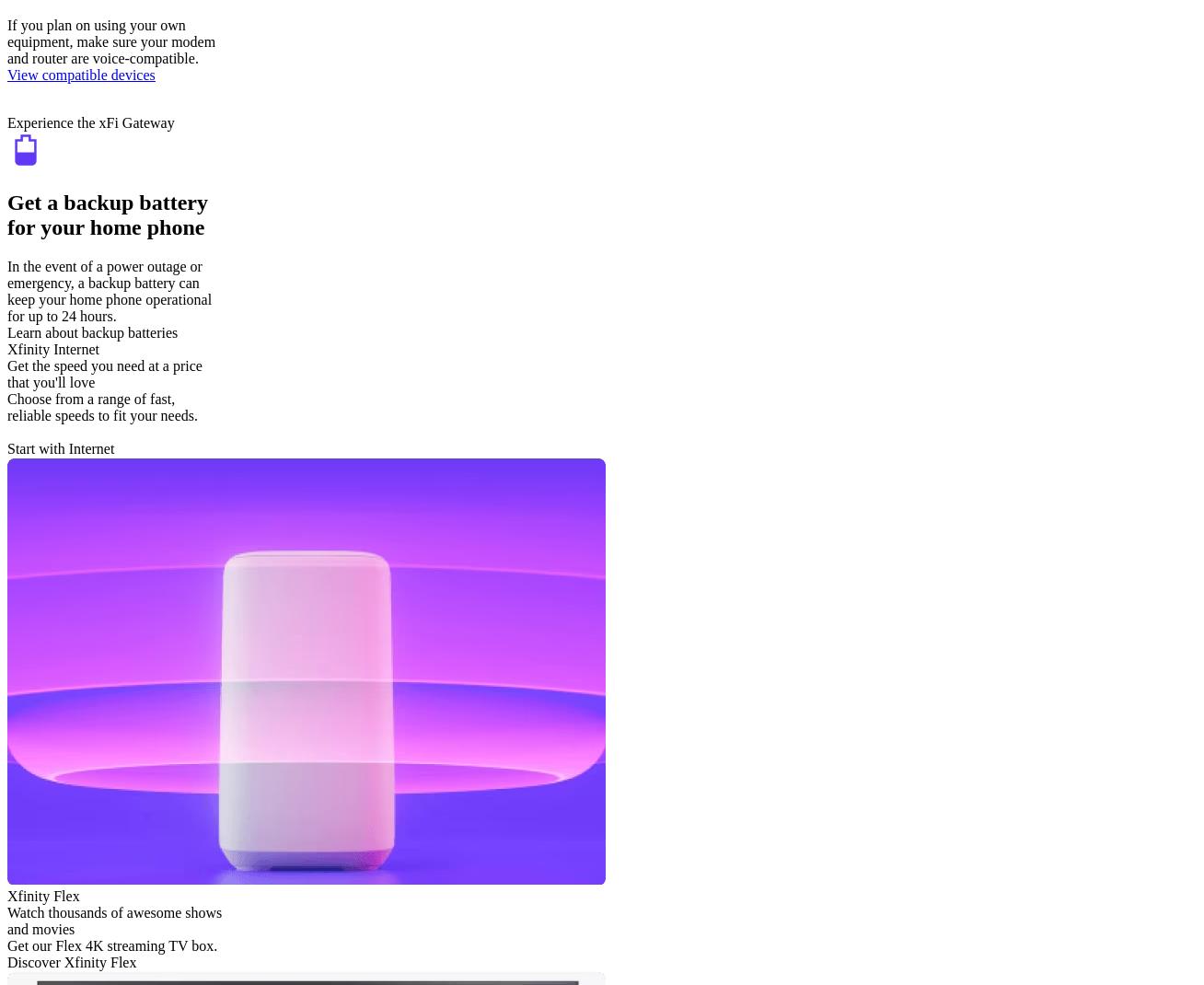 The width and height of the screenshot is (1204, 985). What do you see at coordinates (113, 920) in the screenshot?
I see `'Watch thousands of awesome shows and movies'` at bounding box center [113, 920].